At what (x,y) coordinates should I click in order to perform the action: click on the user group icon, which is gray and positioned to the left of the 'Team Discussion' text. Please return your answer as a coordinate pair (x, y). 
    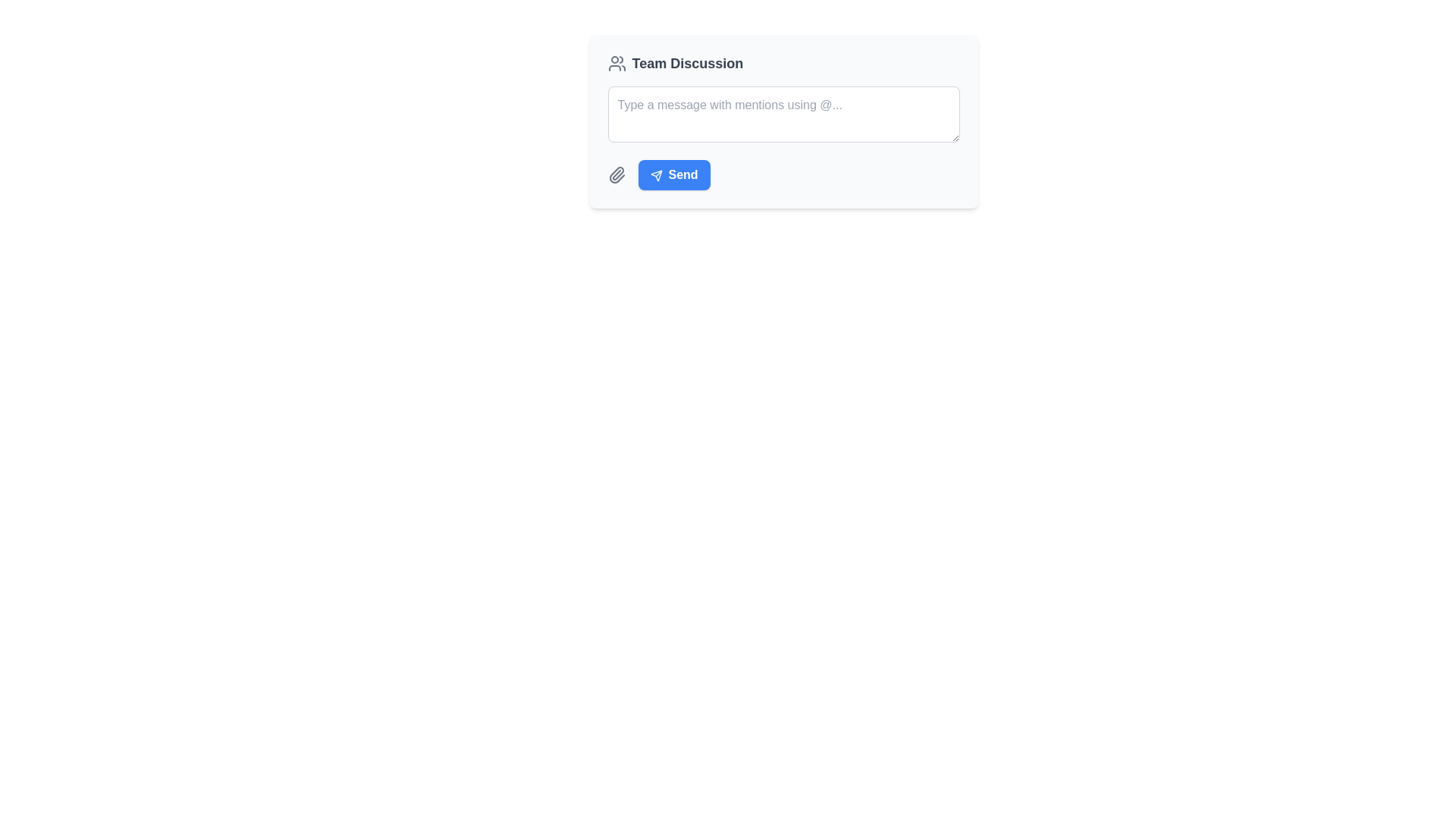
    Looking at the image, I should click on (617, 63).